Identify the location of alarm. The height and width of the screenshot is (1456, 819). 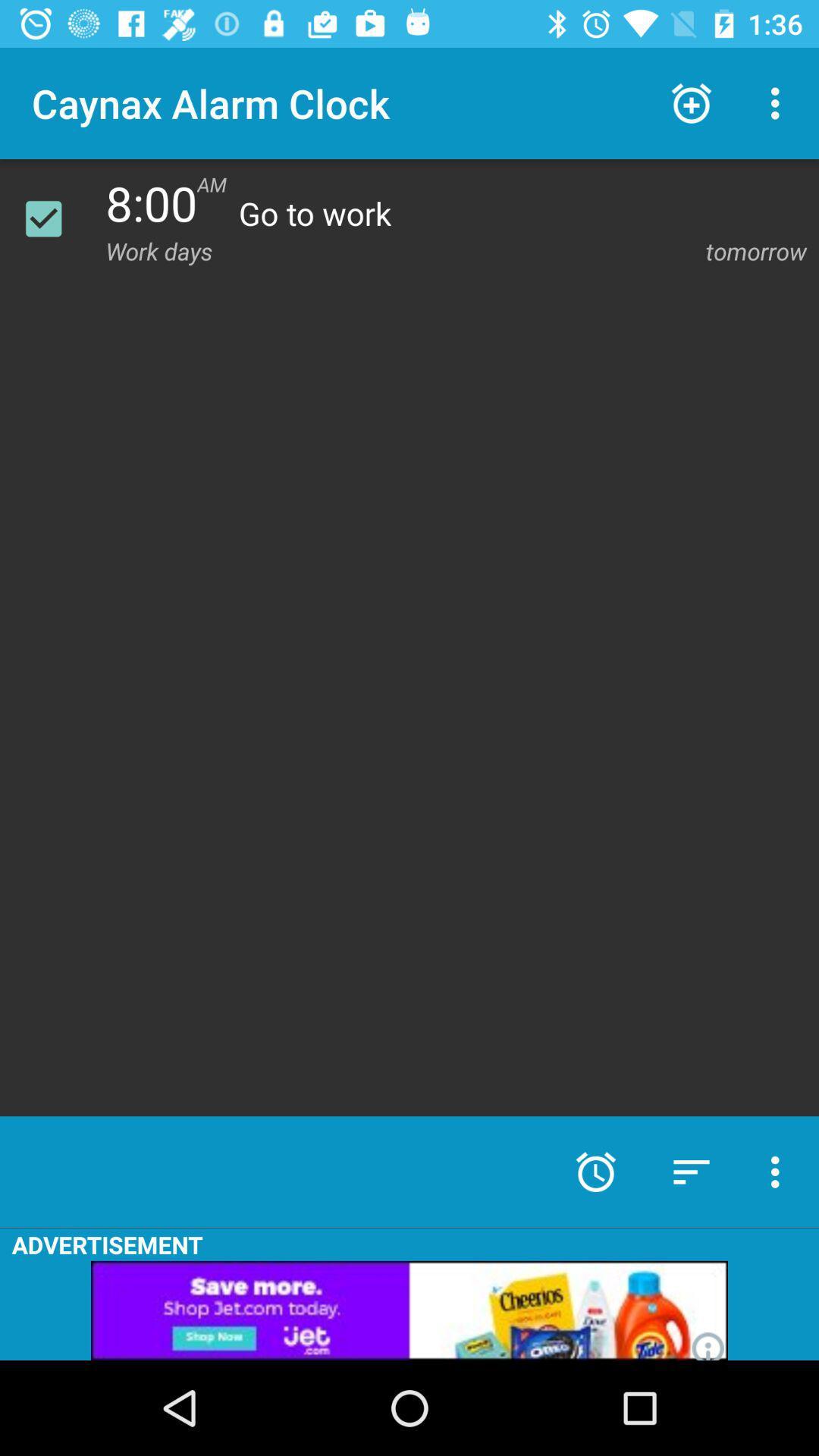
(52, 218).